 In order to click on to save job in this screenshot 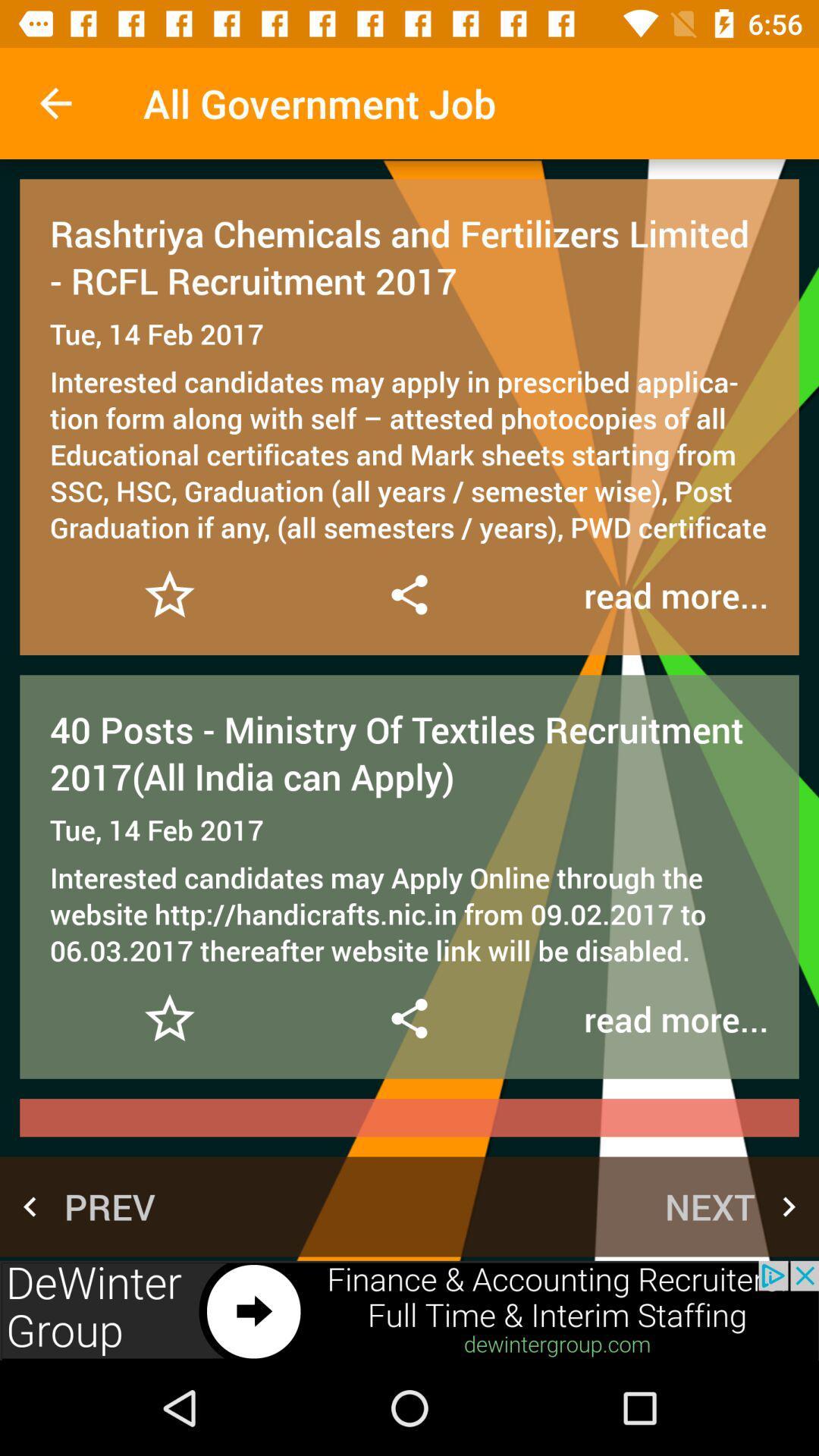, I will do `click(169, 594)`.